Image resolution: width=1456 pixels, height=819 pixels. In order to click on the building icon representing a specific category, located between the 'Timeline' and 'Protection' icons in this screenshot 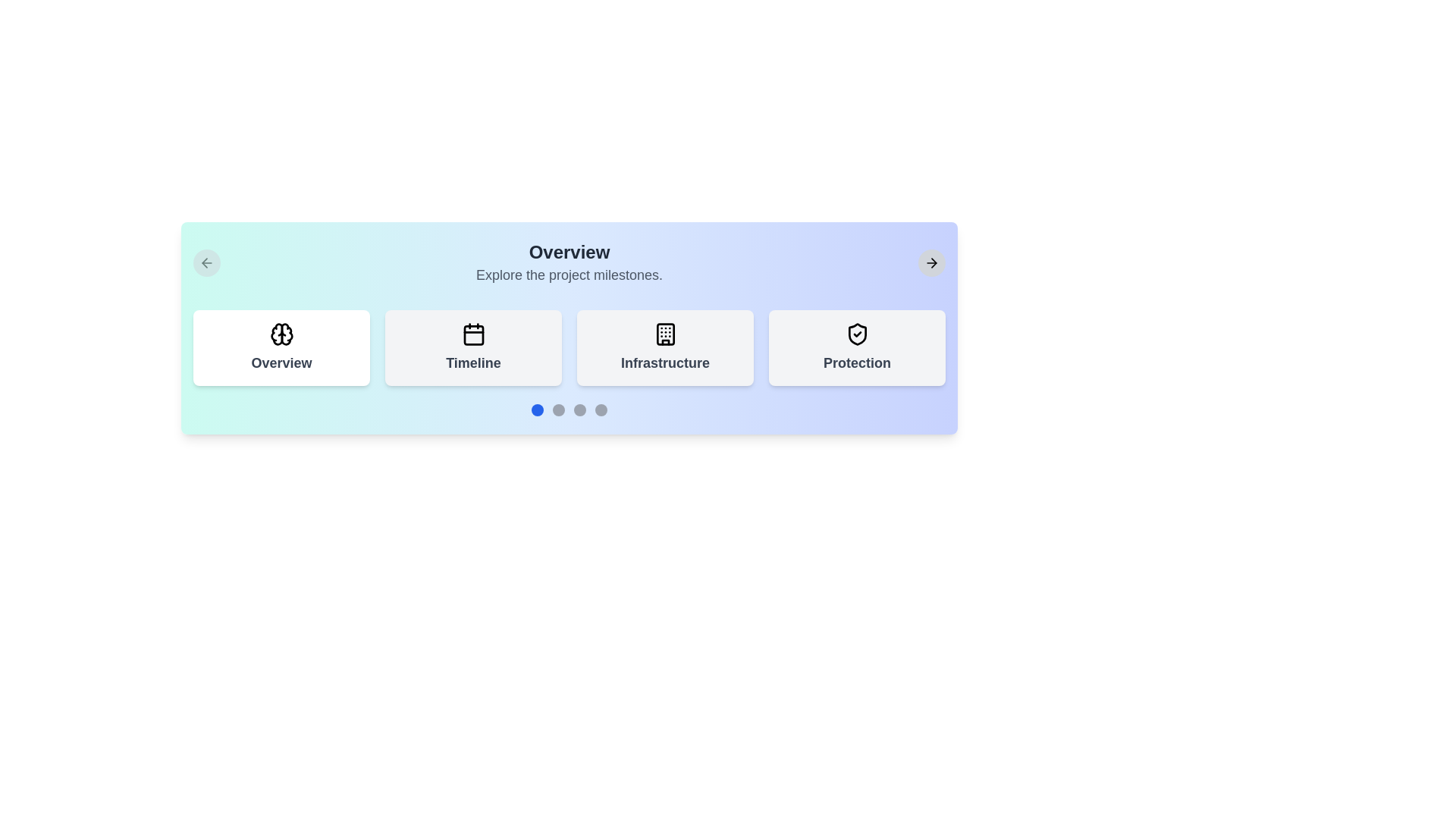, I will do `click(665, 333)`.